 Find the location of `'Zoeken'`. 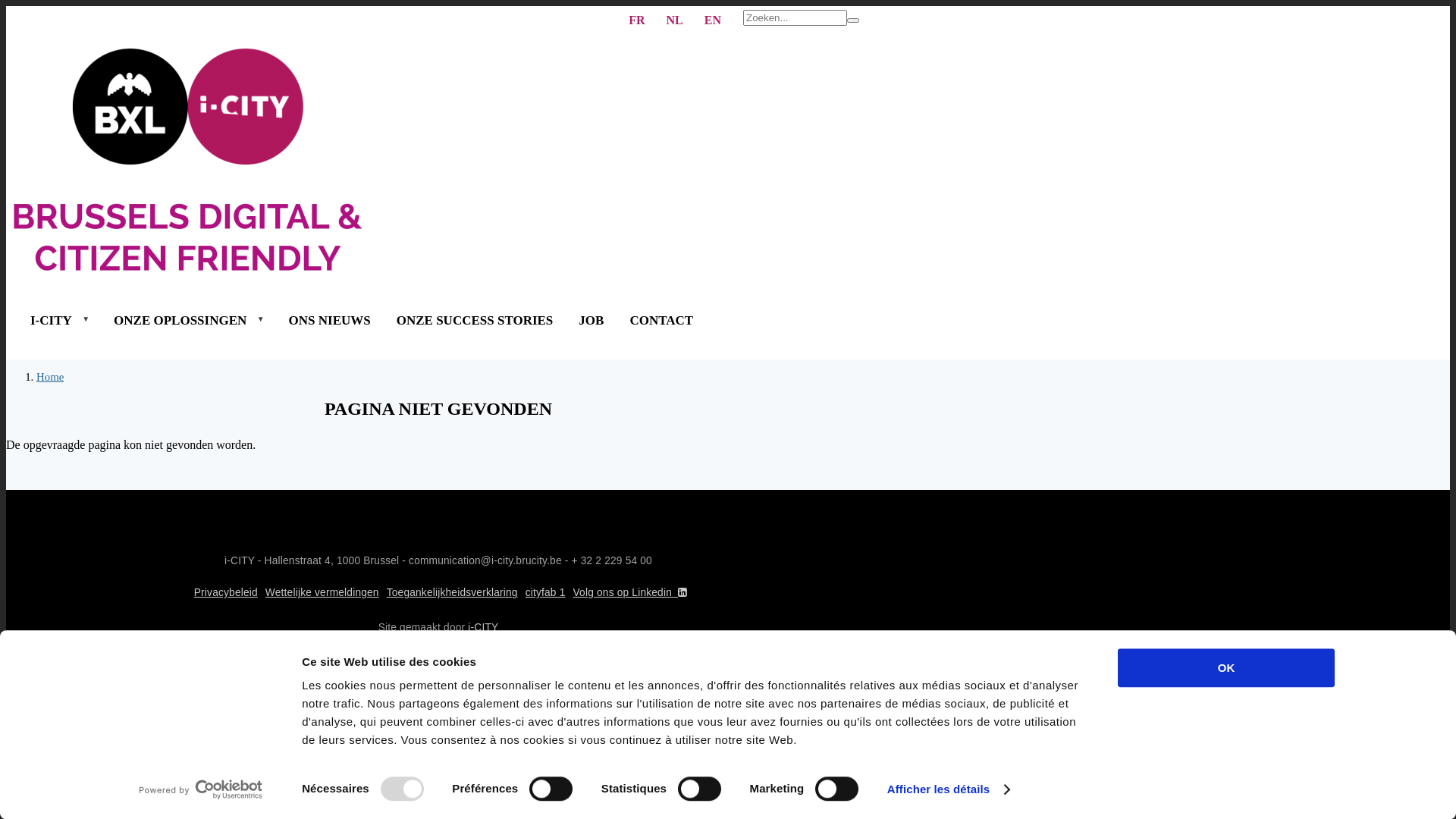

'Zoeken' is located at coordinates (852, 20).